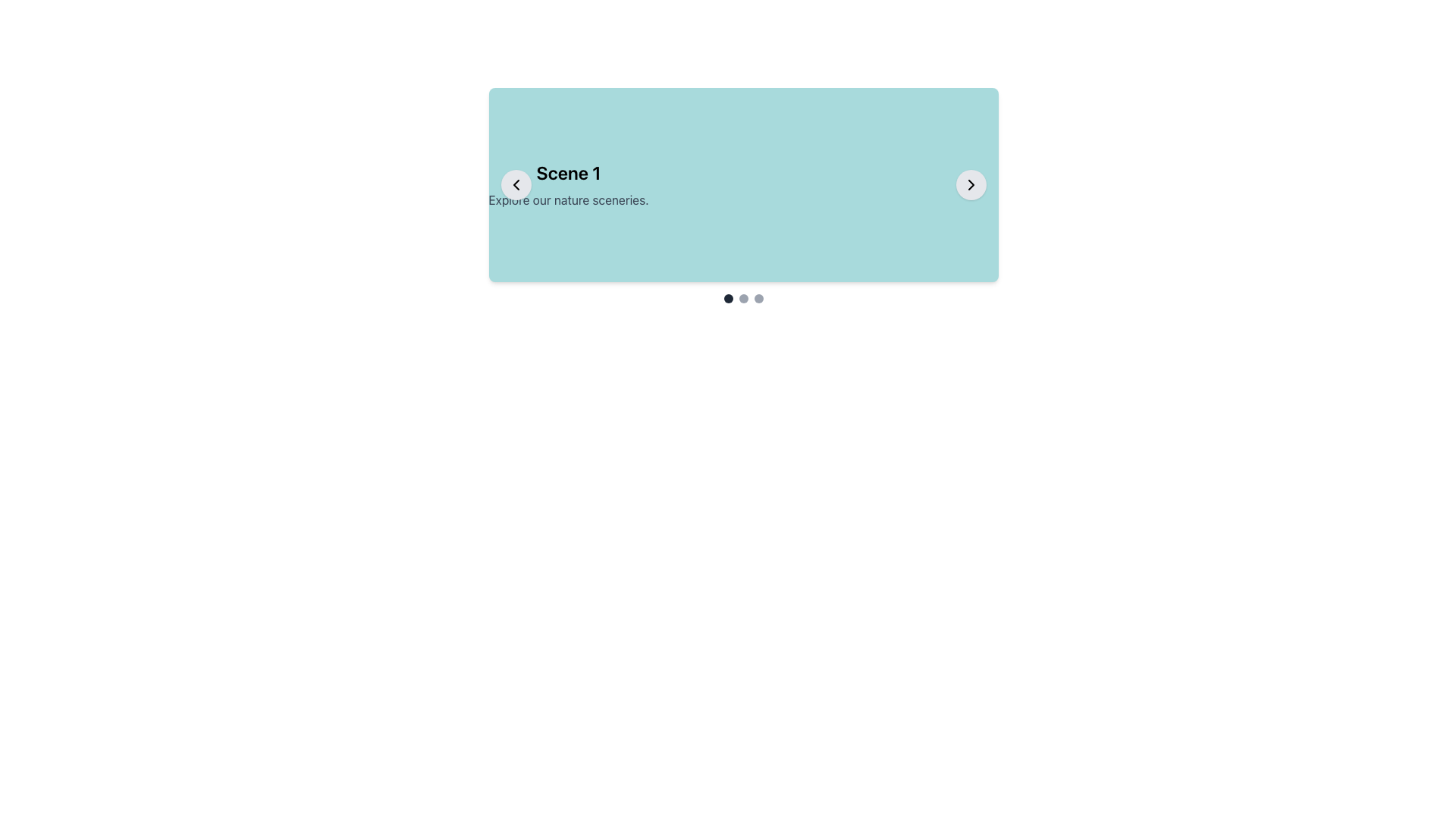  What do you see at coordinates (516, 184) in the screenshot?
I see `the left navigation icon` at bounding box center [516, 184].